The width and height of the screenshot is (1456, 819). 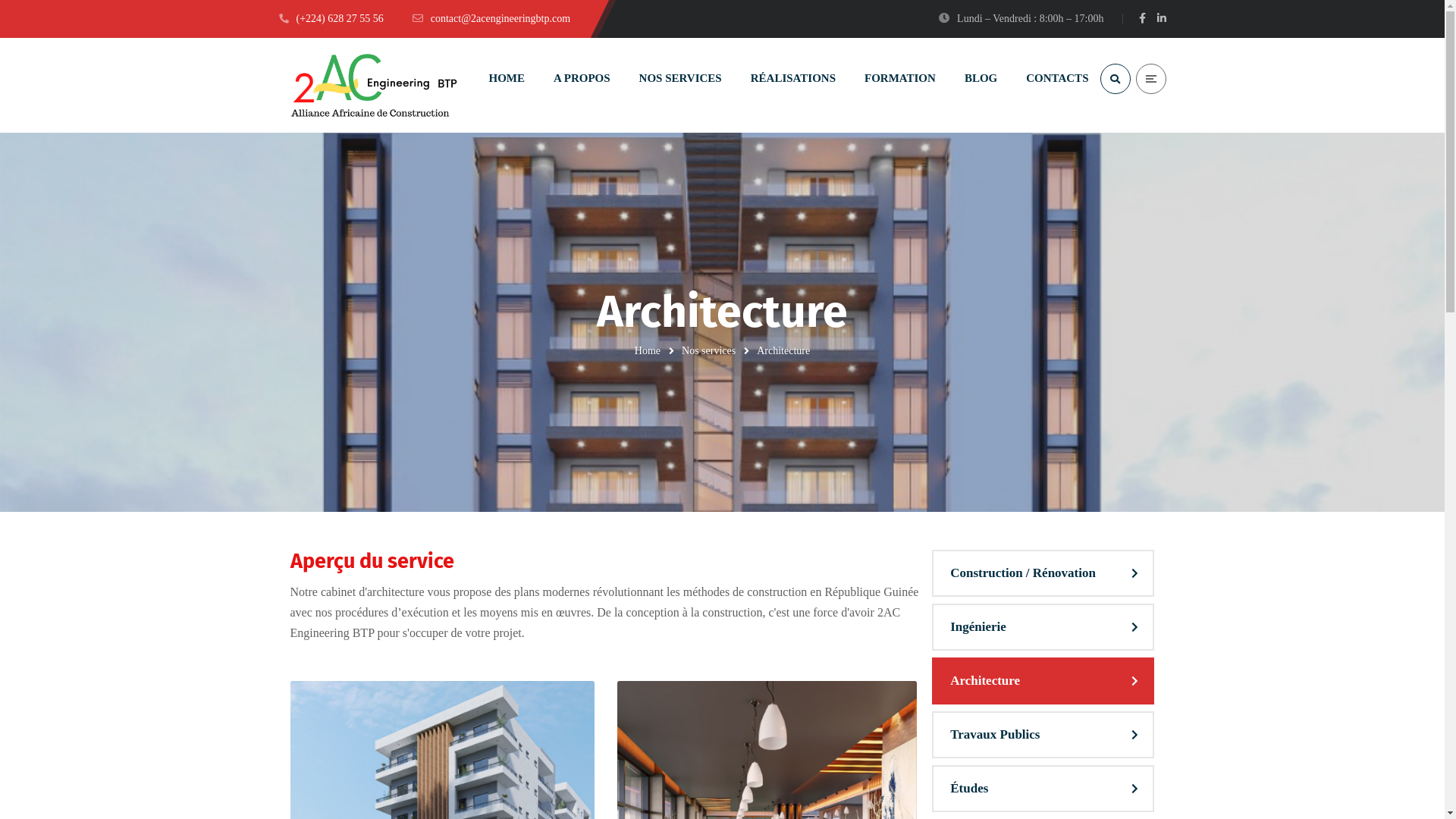 I want to click on 'FORMATION', so click(x=899, y=78).